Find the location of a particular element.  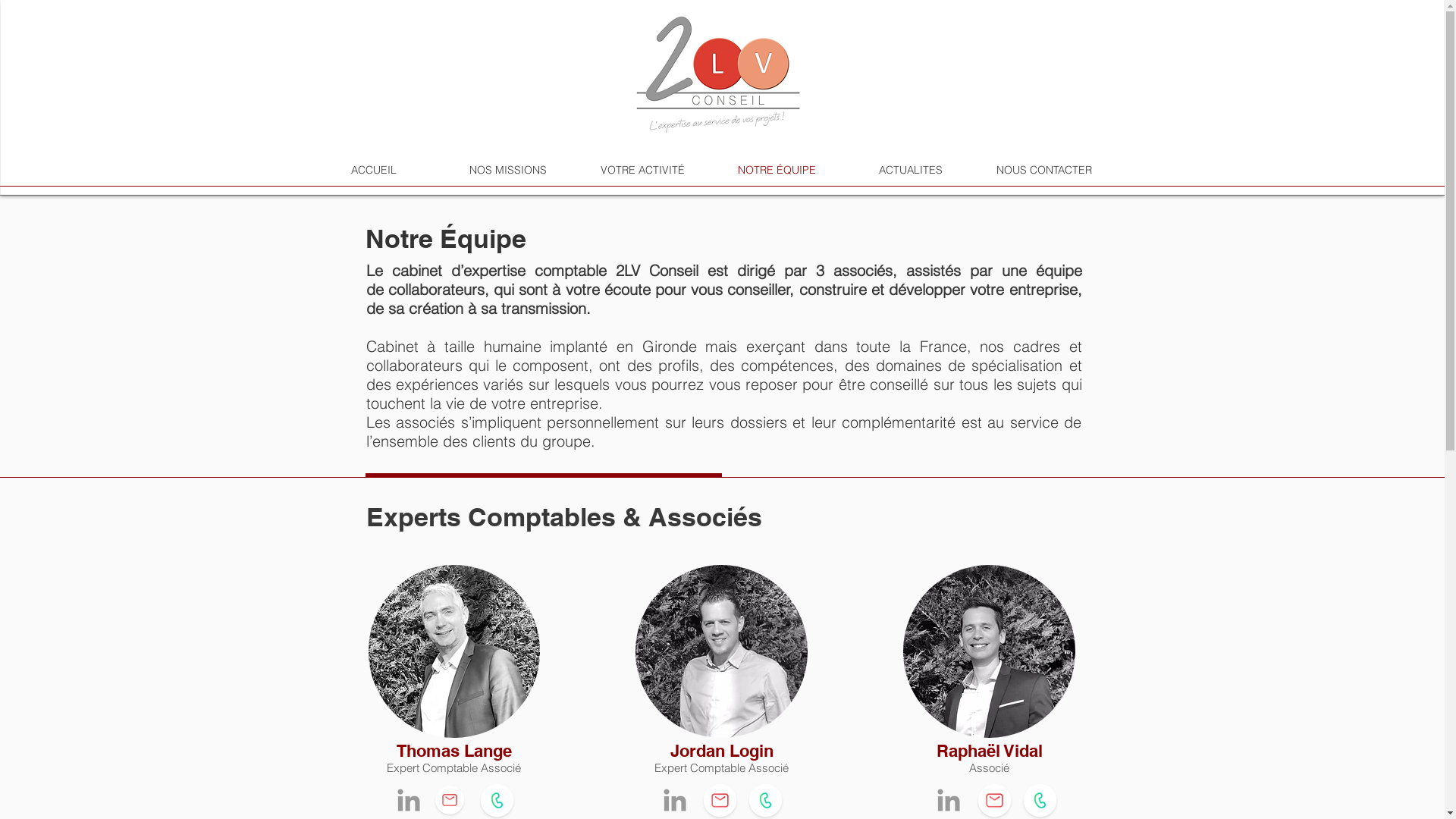

'NOUS CONTACTER' is located at coordinates (1043, 169).